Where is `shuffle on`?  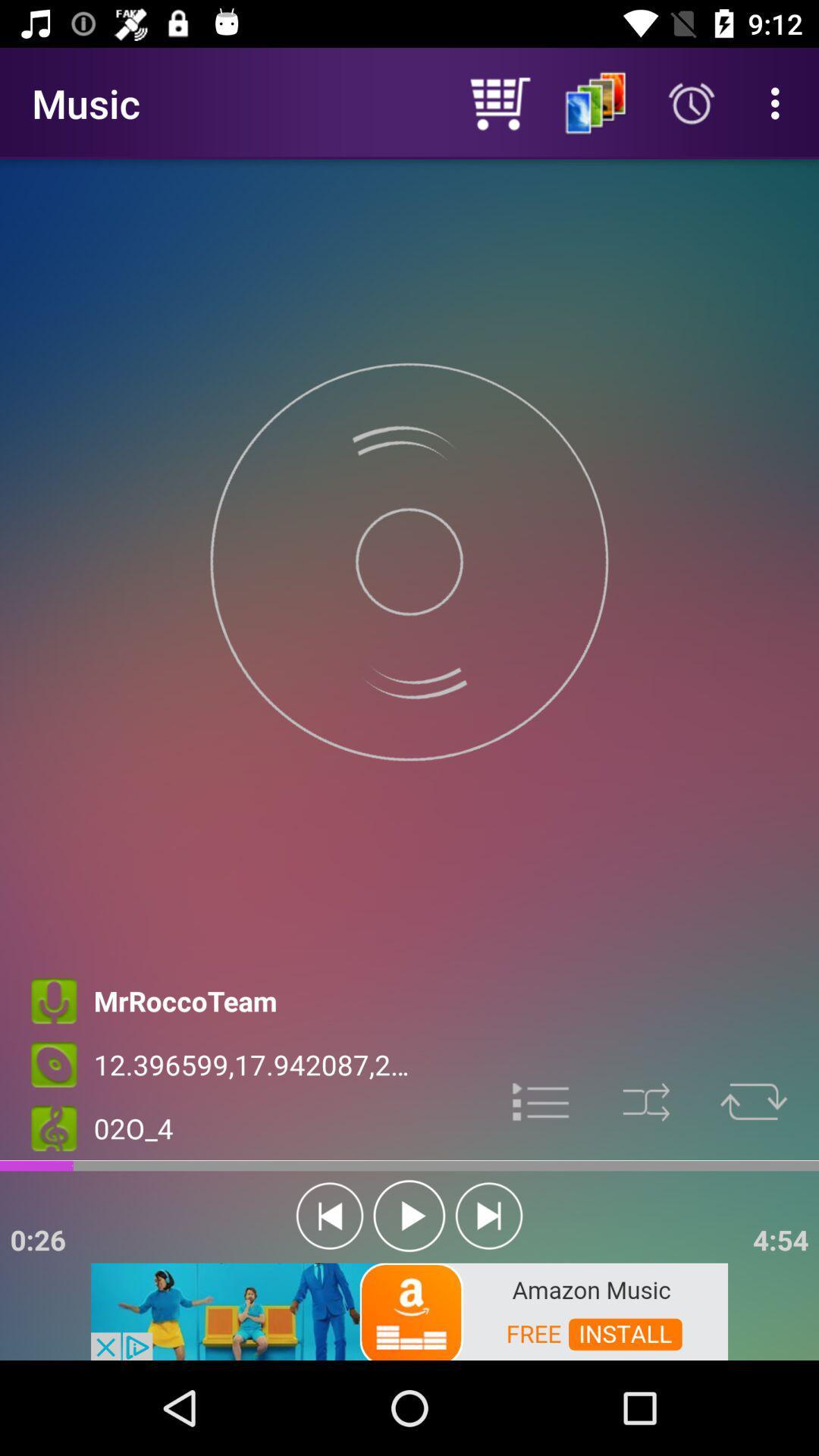
shuffle on is located at coordinates (646, 1102).